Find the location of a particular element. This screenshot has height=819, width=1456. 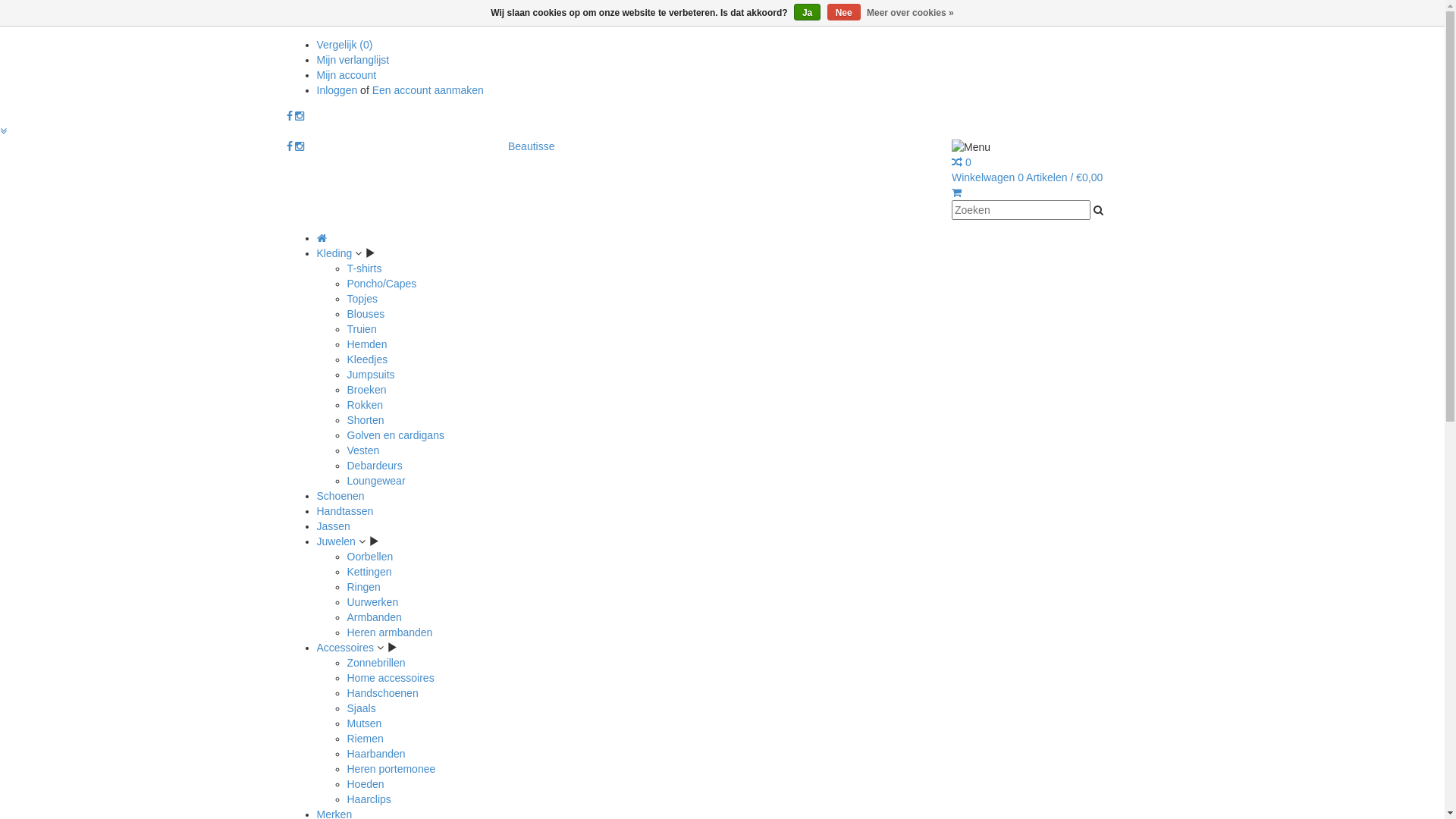

'Instagram Beautisse' is located at coordinates (299, 146).